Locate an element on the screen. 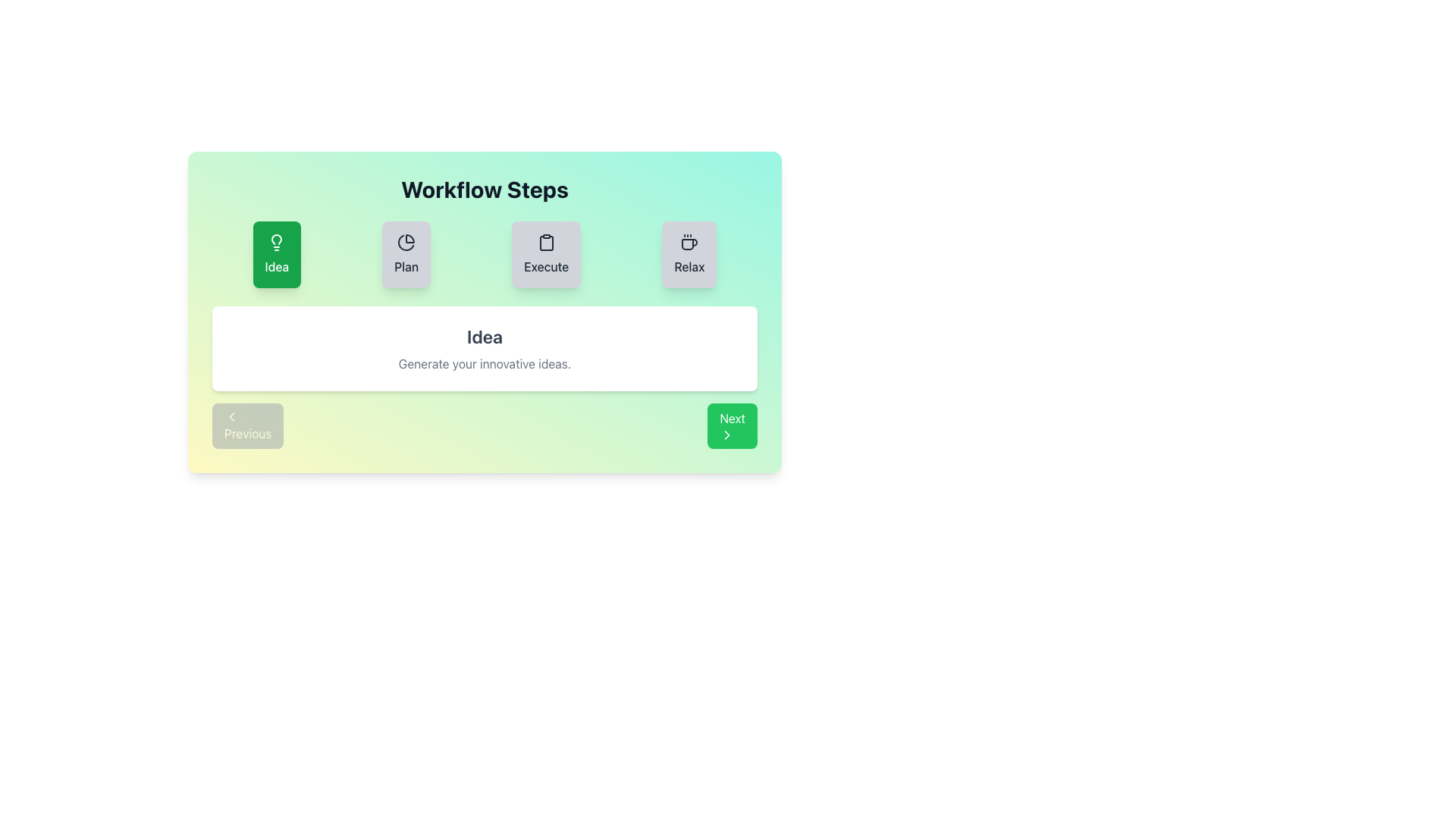 This screenshot has height=819, width=1456. the lightbulb icon centered within the green 'Idea' button, which is the first button on the left in a row of similar buttons is located at coordinates (277, 242).